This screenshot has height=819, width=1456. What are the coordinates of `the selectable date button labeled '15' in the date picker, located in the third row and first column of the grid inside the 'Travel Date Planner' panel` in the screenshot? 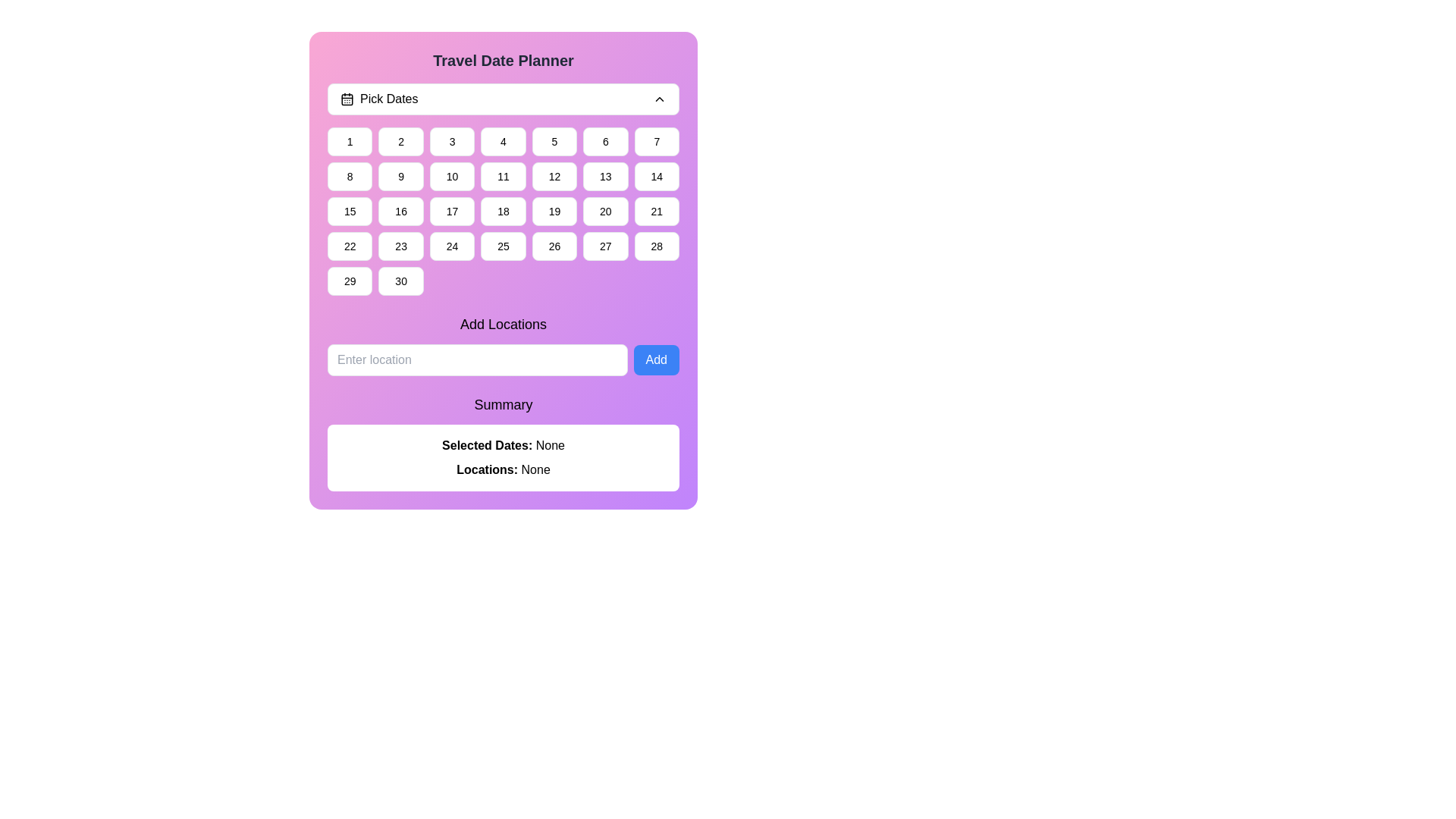 It's located at (349, 211).